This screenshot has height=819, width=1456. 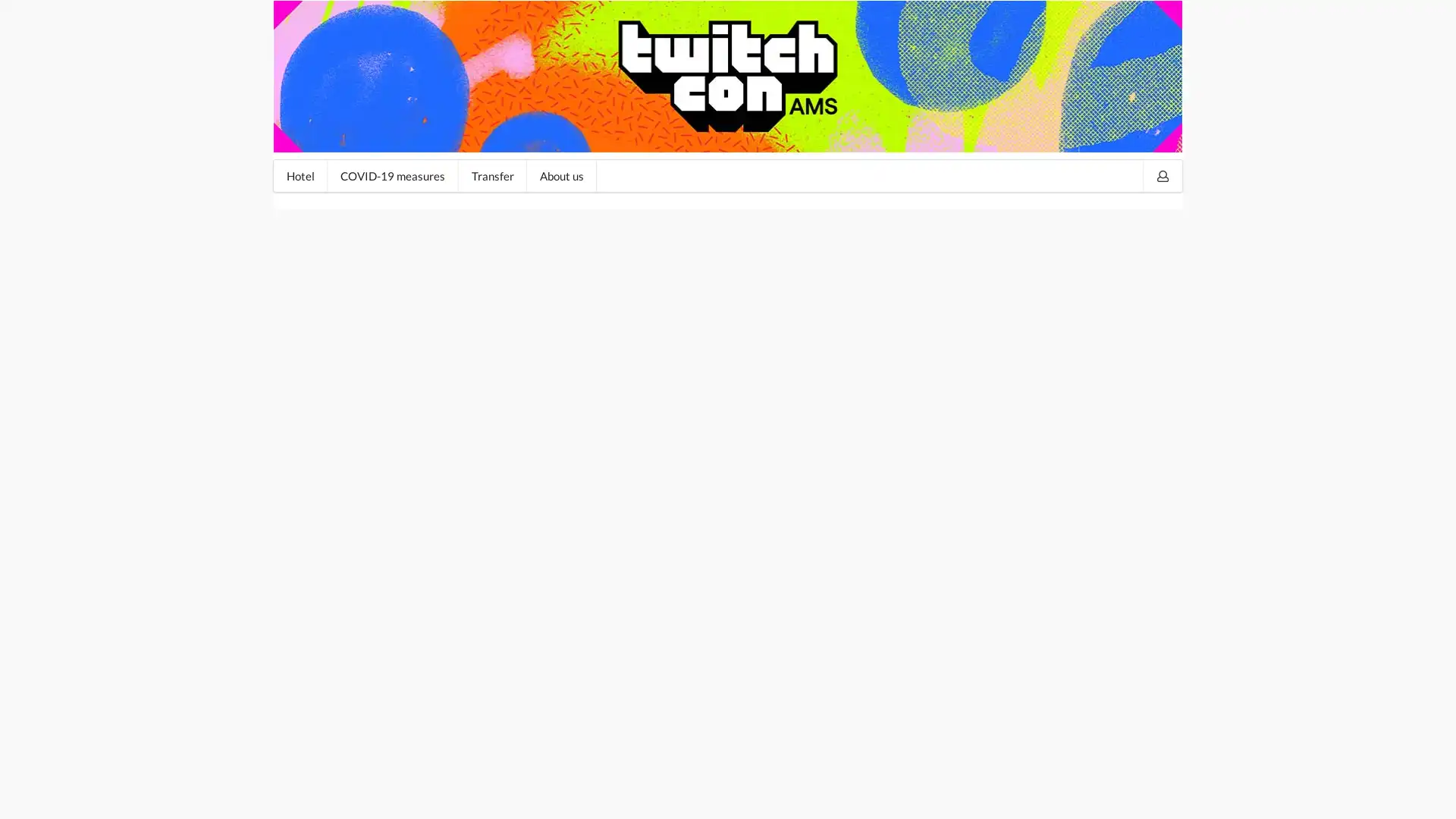 What do you see at coordinates (1125, 794) in the screenshot?
I see `Allow All` at bounding box center [1125, 794].